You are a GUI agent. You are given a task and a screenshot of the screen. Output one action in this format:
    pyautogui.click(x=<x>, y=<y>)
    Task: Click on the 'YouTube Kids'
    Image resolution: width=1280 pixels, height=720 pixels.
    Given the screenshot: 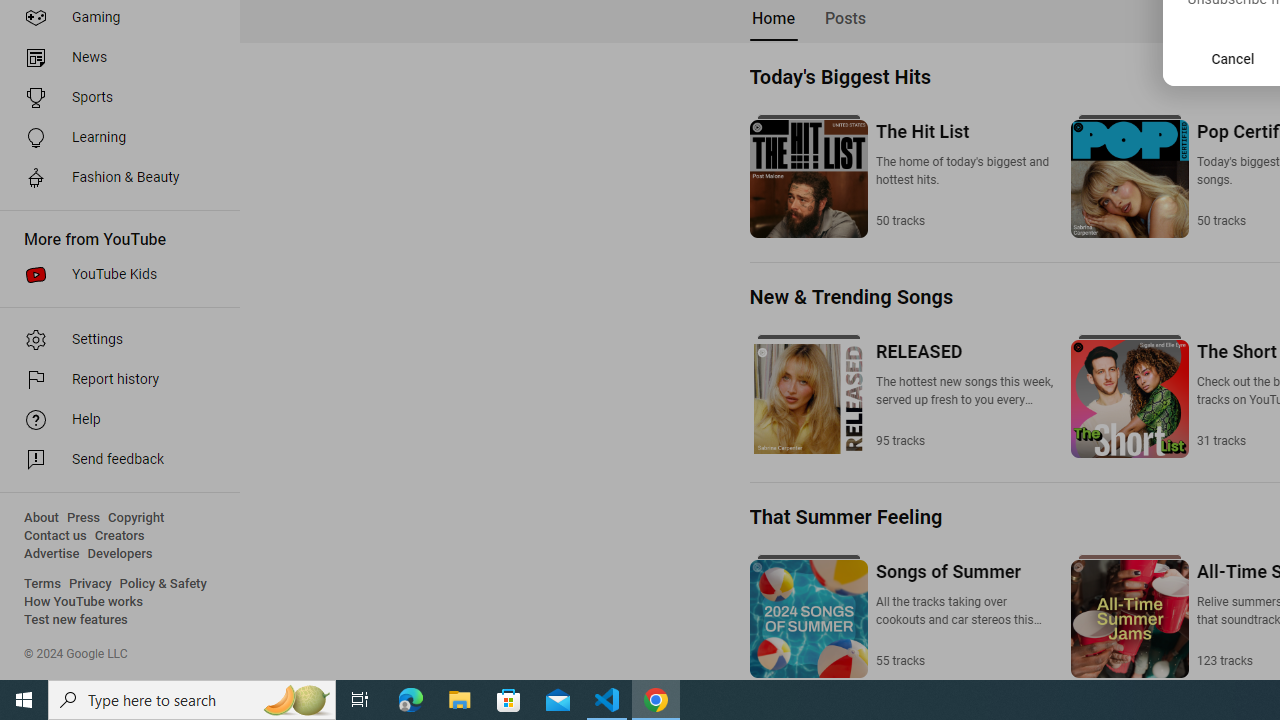 What is the action you would take?
    pyautogui.click(x=112, y=275)
    